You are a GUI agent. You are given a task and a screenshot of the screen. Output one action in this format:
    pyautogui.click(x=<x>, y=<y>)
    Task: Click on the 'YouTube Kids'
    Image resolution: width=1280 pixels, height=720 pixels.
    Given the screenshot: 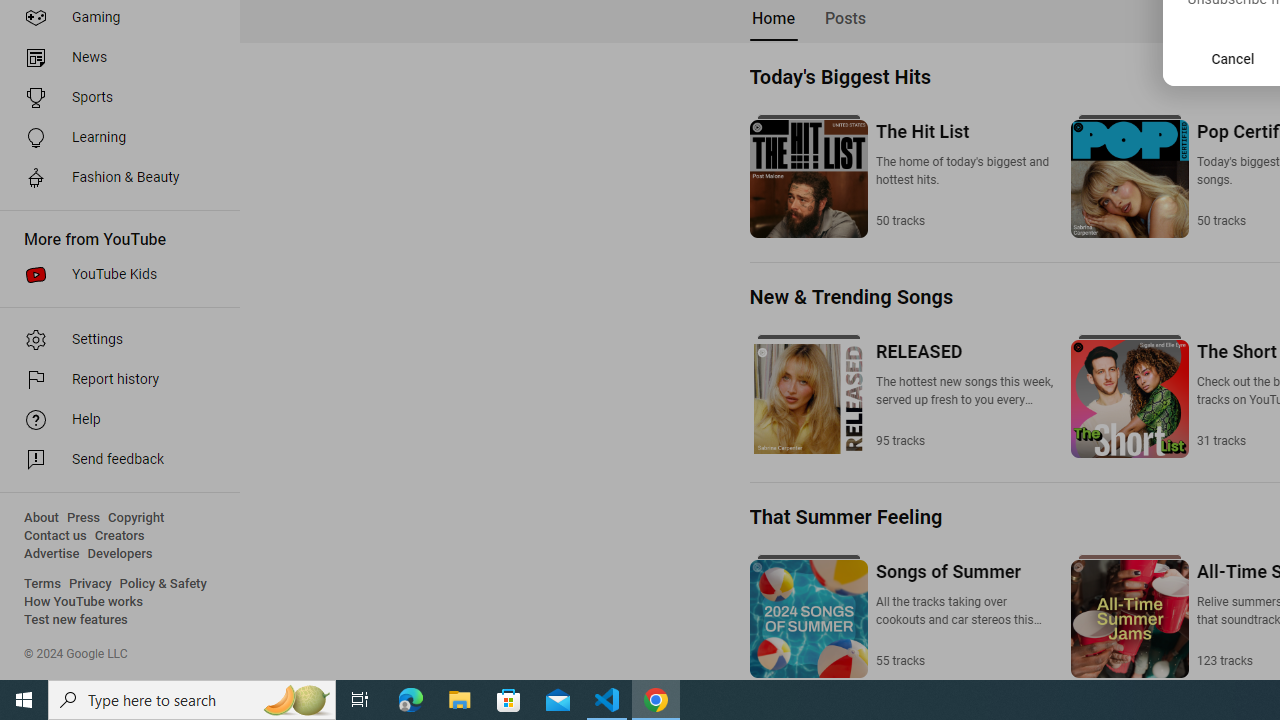 What is the action you would take?
    pyautogui.click(x=112, y=275)
    